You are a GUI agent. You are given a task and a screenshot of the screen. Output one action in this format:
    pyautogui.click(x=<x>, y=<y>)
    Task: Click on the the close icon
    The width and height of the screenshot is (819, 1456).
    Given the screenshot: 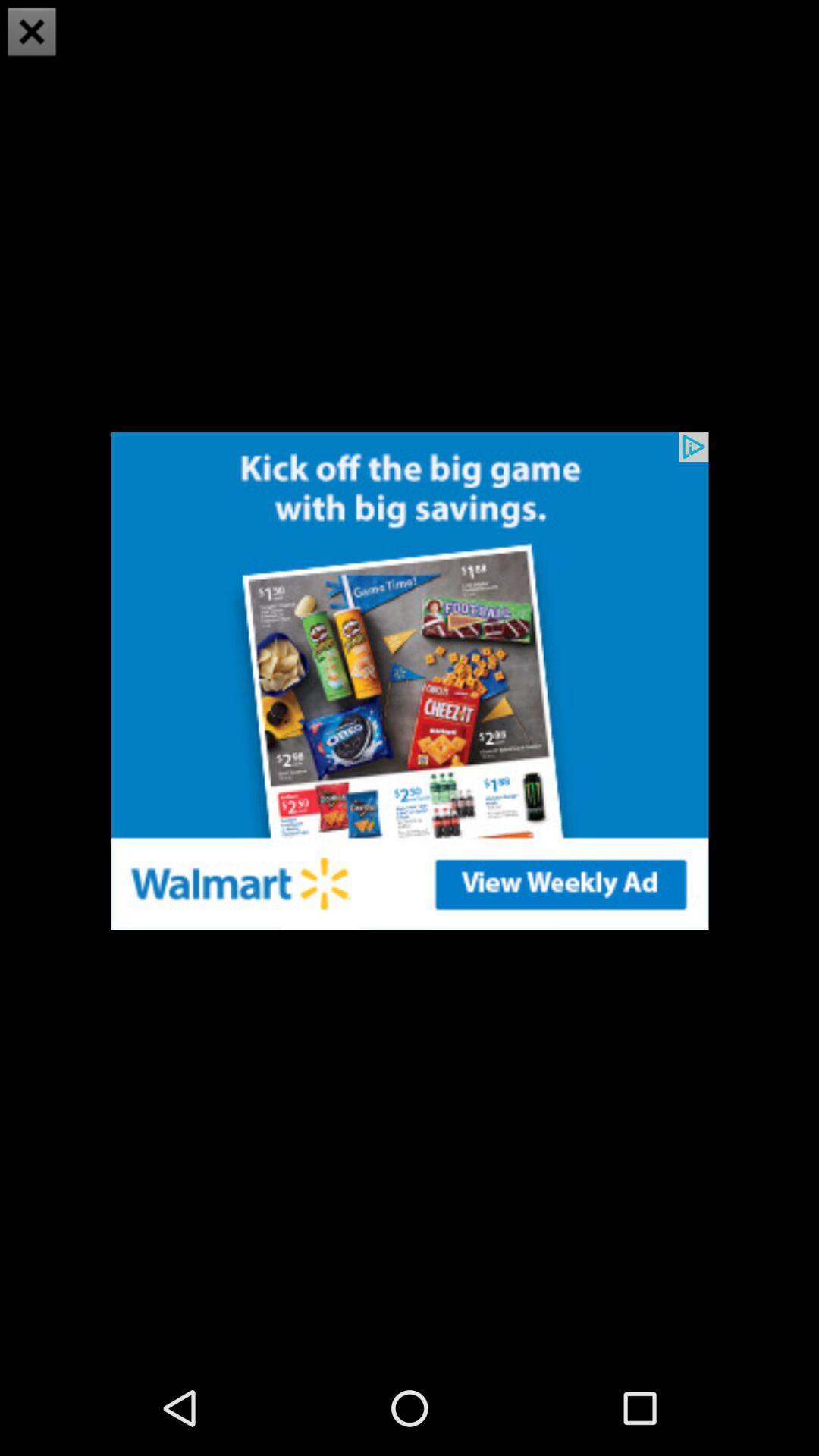 What is the action you would take?
    pyautogui.click(x=32, y=33)
    